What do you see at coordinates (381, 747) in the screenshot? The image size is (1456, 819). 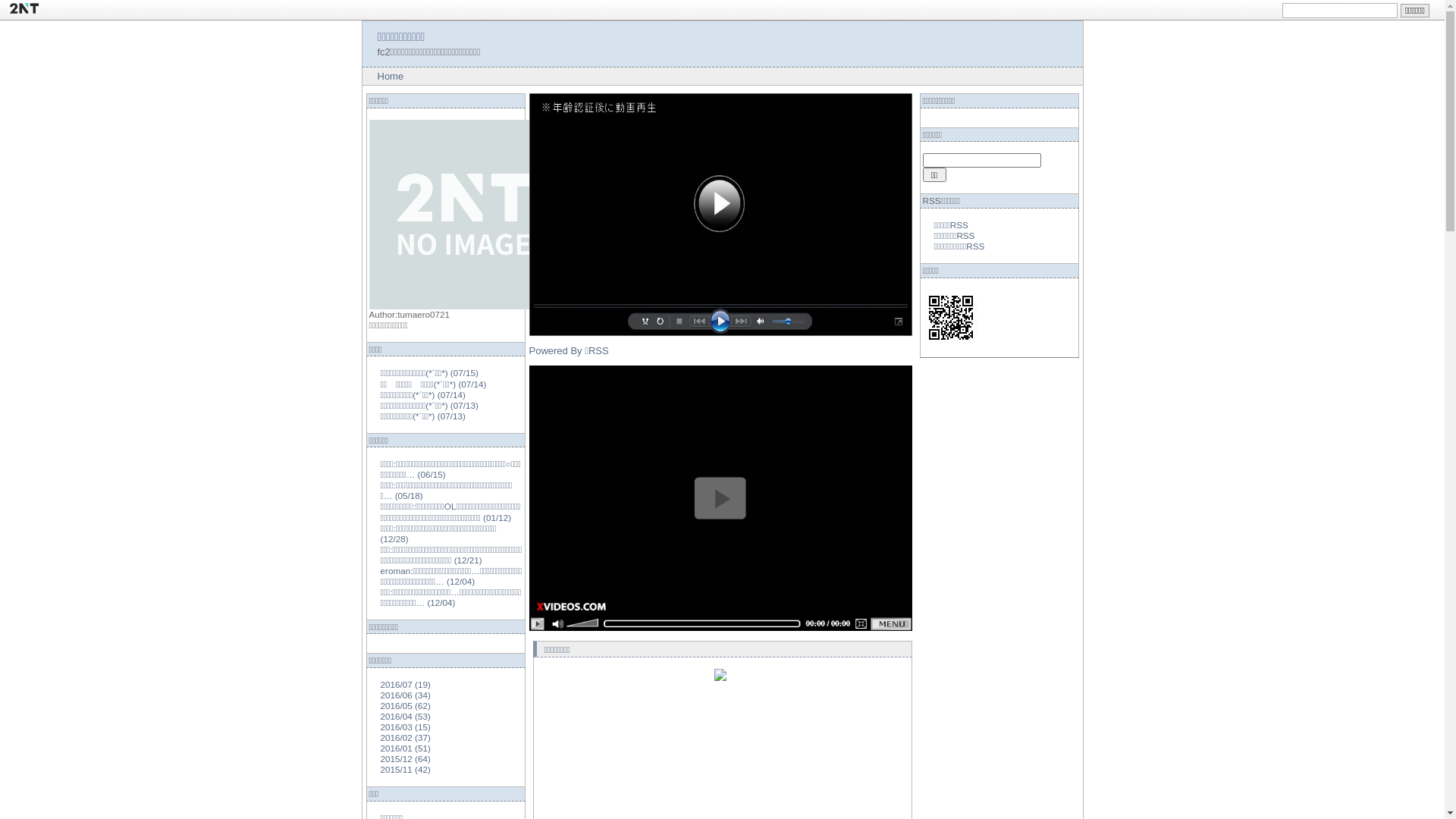 I see `'2016/01 (51)'` at bounding box center [381, 747].